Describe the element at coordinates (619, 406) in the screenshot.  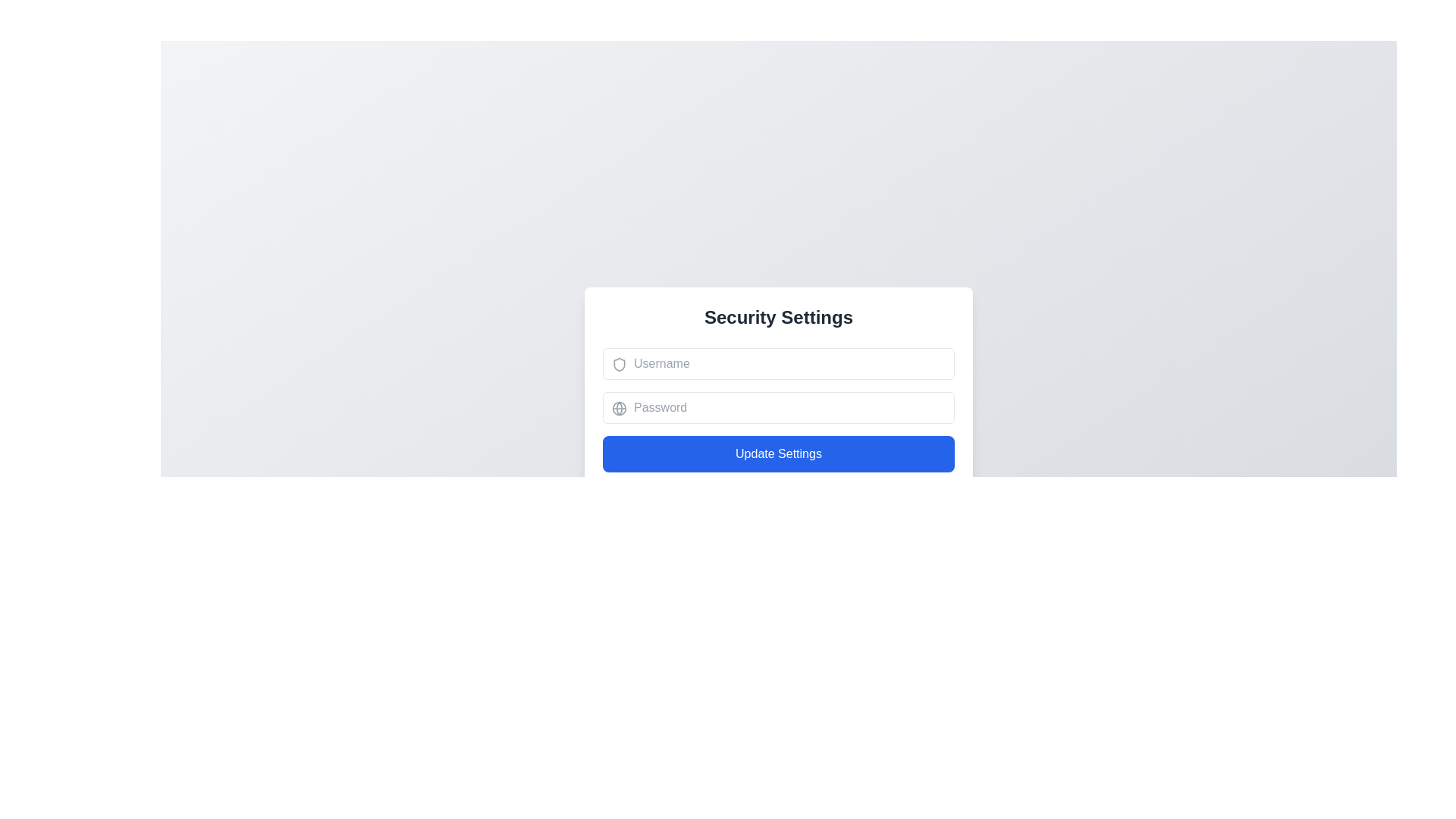
I see `the central circular graphical icon element within the globe-like SVG icon located next to the 'Password' input field in the 'Security Settings' section` at that location.